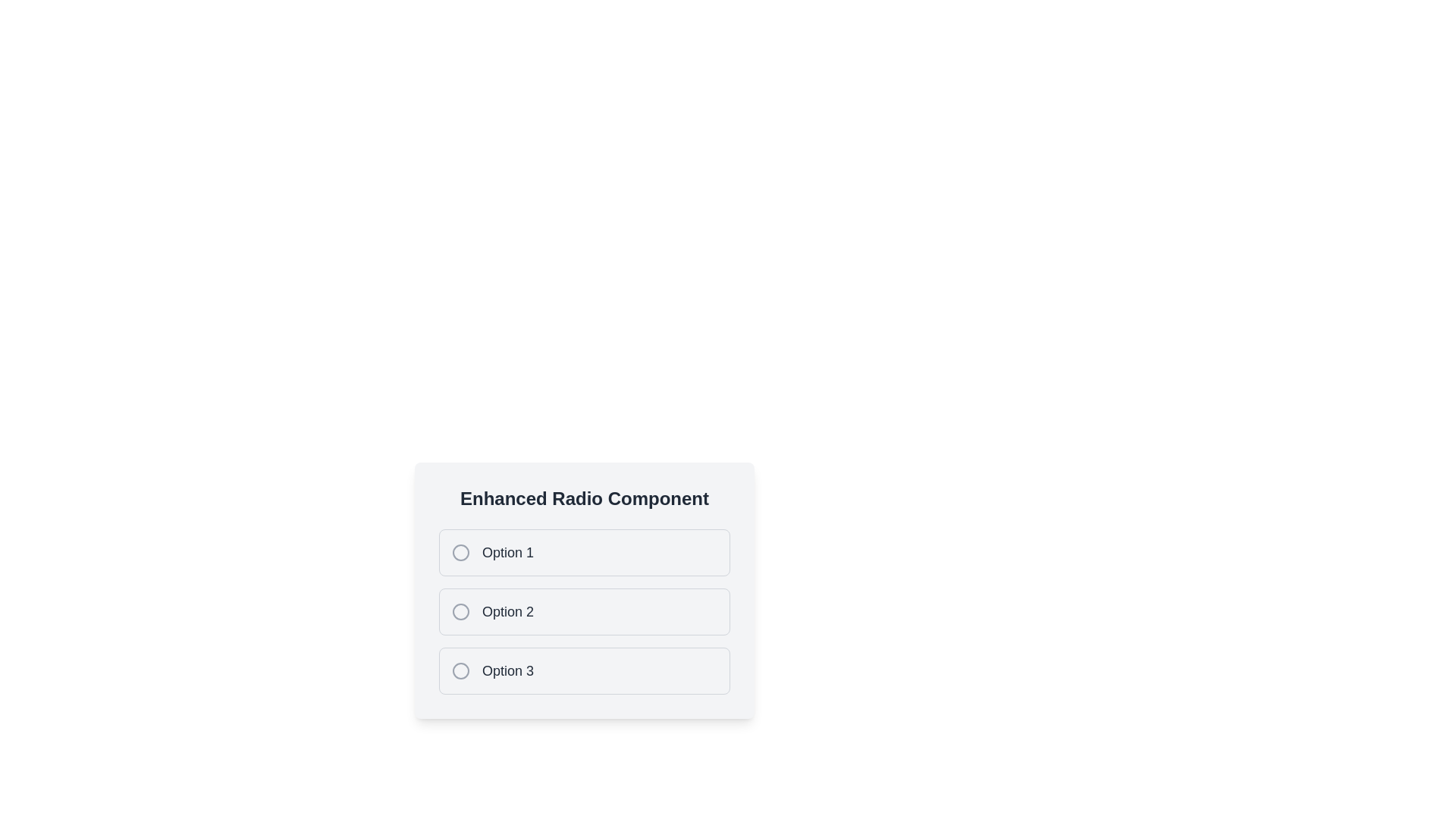 This screenshot has width=1456, height=819. What do you see at coordinates (460, 670) in the screenshot?
I see `the inner circle of the radio button selection indicator, which represents the third option among the radio buttons` at bounding box center [460, 670].